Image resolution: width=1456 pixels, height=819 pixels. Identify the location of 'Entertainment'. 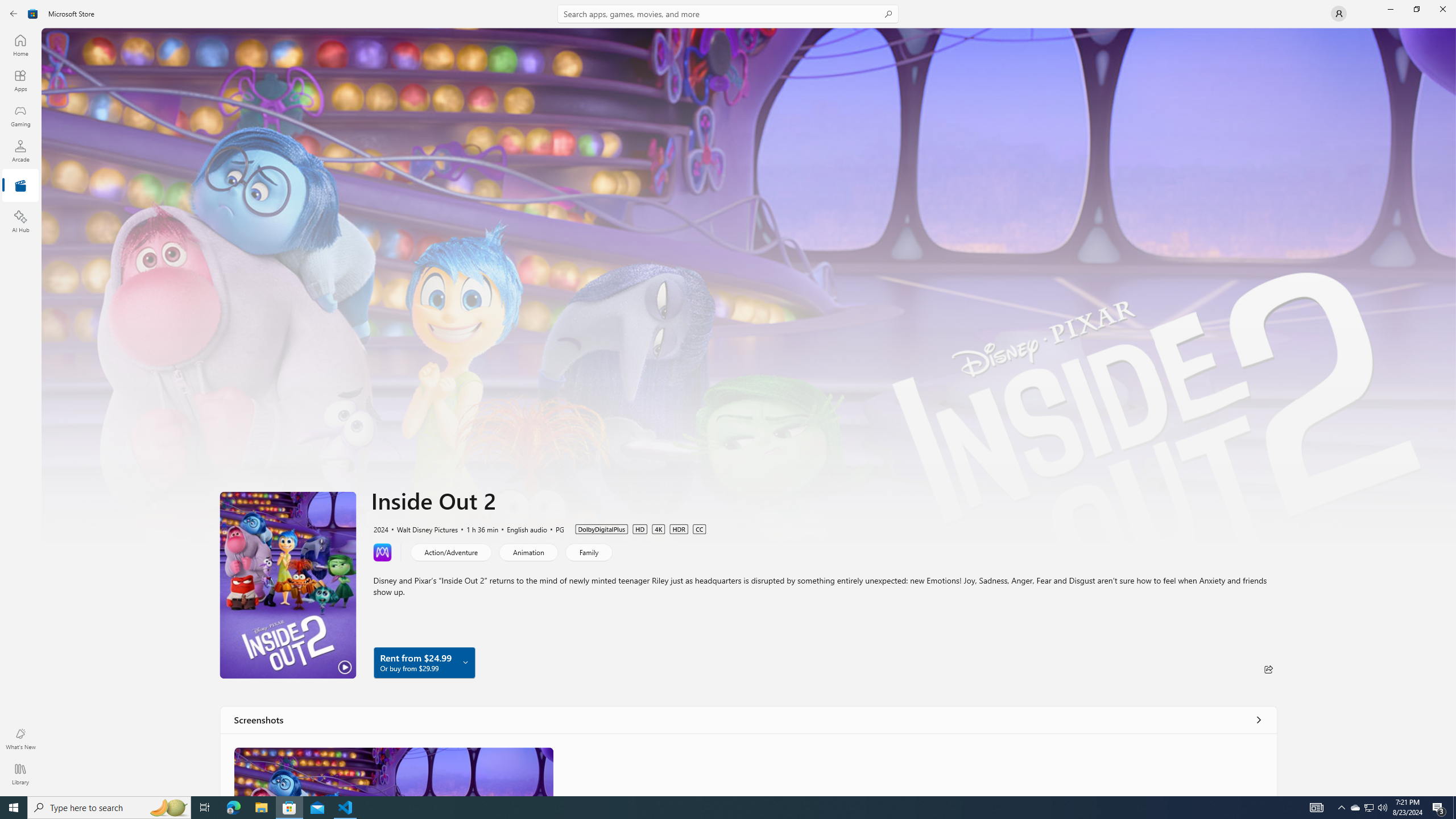
(19, 185).